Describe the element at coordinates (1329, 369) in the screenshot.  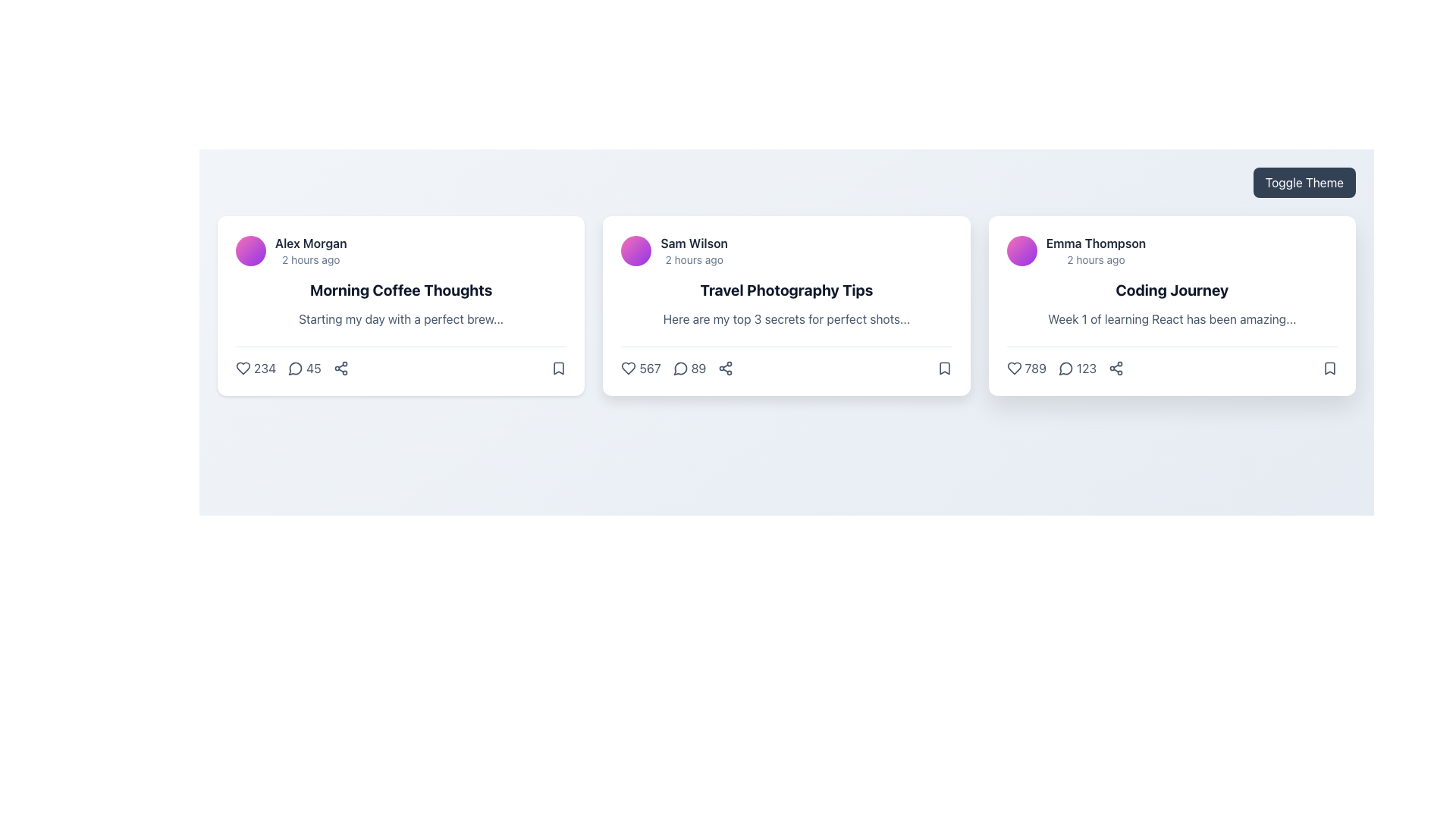
I see `the bookmark icon located in the footer section of the 'Coding Journey' card authored by 'Emma Thompson' to bookmark the content` at that location.